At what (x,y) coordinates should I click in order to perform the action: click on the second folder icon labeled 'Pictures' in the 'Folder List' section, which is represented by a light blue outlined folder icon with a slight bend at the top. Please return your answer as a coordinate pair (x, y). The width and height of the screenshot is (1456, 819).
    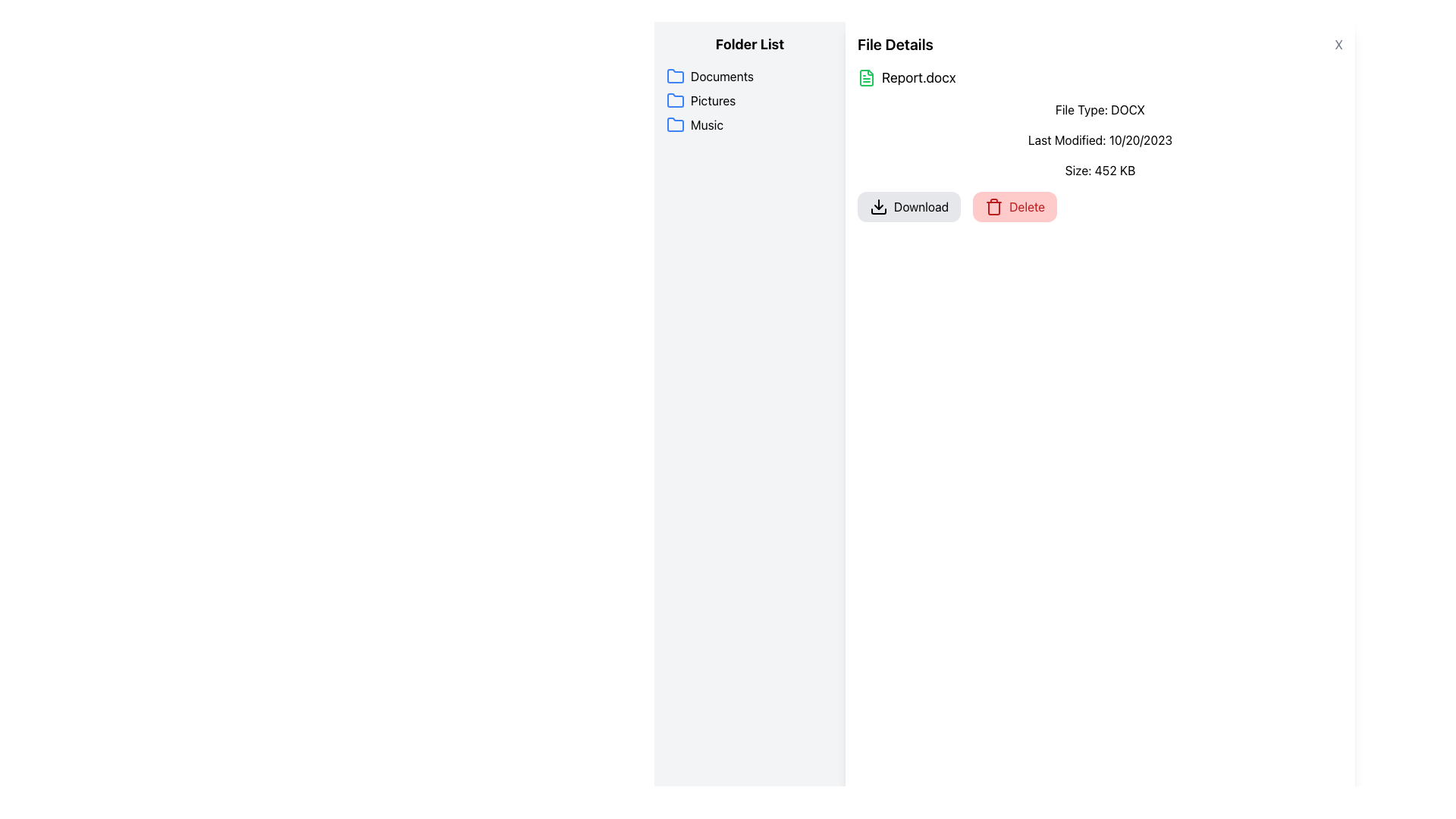
    Looking at the image, I should click on (675, 100).